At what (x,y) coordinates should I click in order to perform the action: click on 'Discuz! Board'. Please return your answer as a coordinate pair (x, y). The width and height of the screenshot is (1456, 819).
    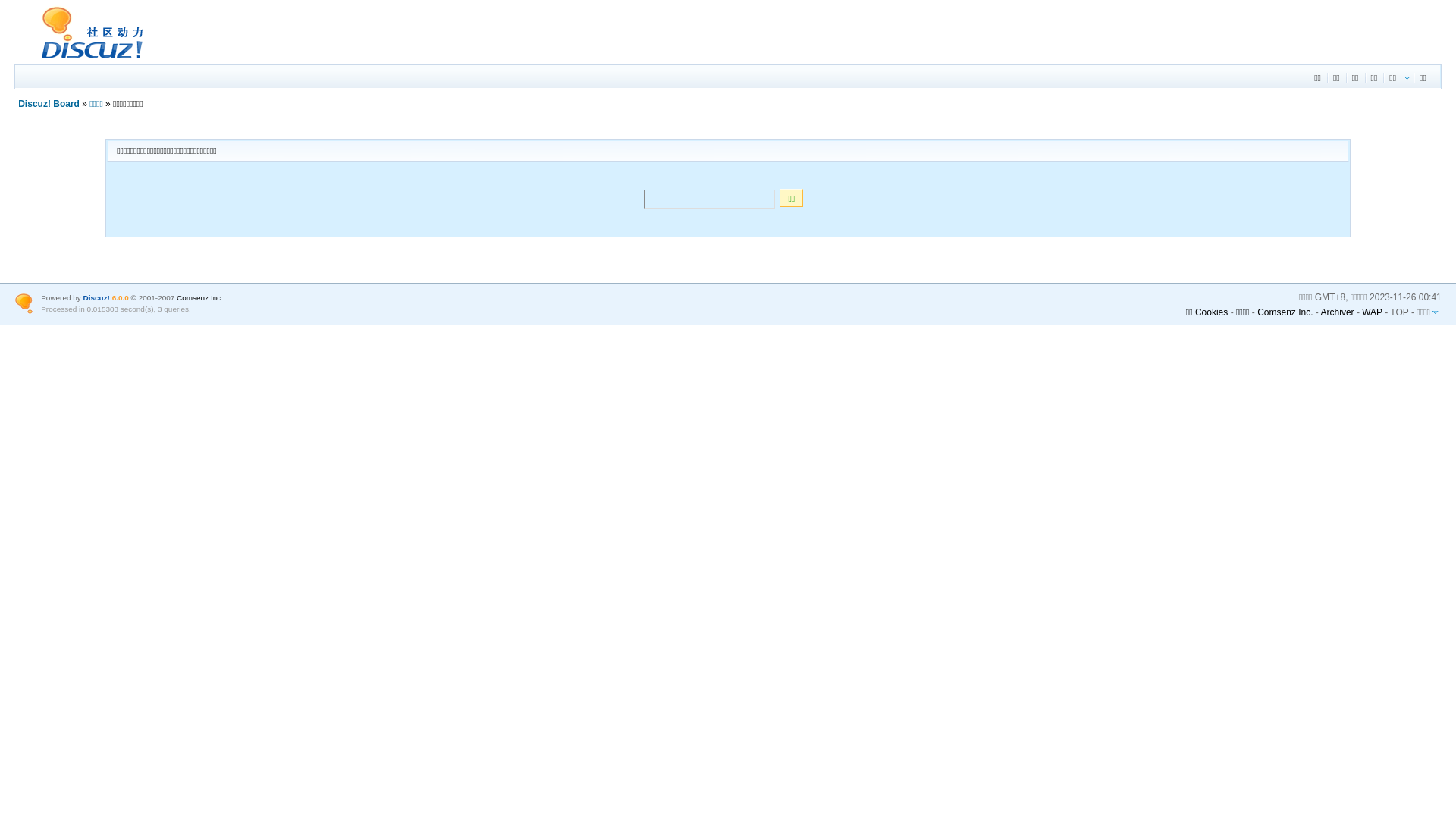
    Looking at the image, I should click on (14, 57).